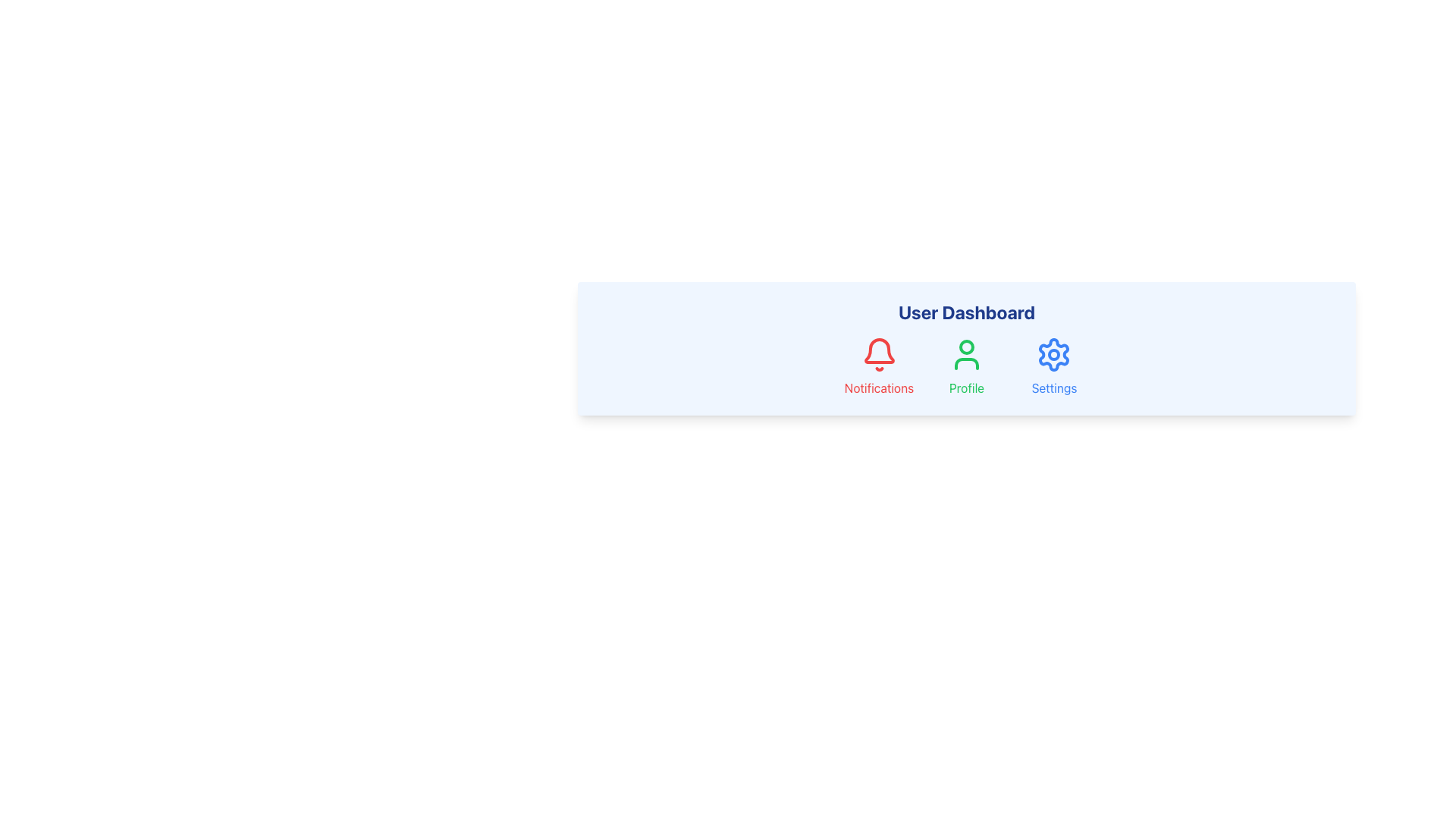 The height and width of the screenshot is (819, 1456). Describe the element at coordinates (878, 366) in the screenshot. I see `the notification icon with label` at that location.